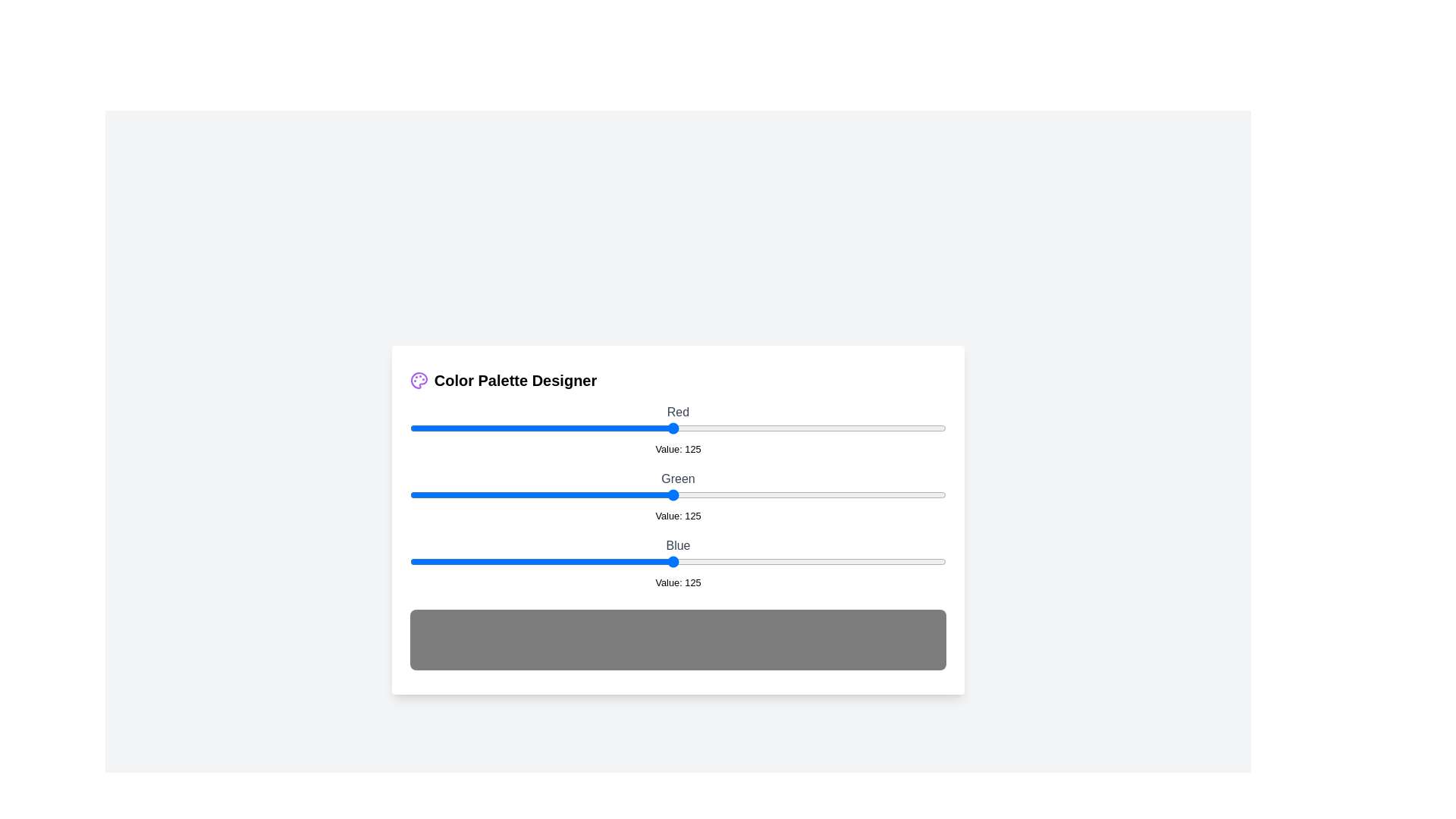 The image size is (1456, 819). I want to click on the 1 slider to 129 to observe the updated color preview, so click(680, 494).